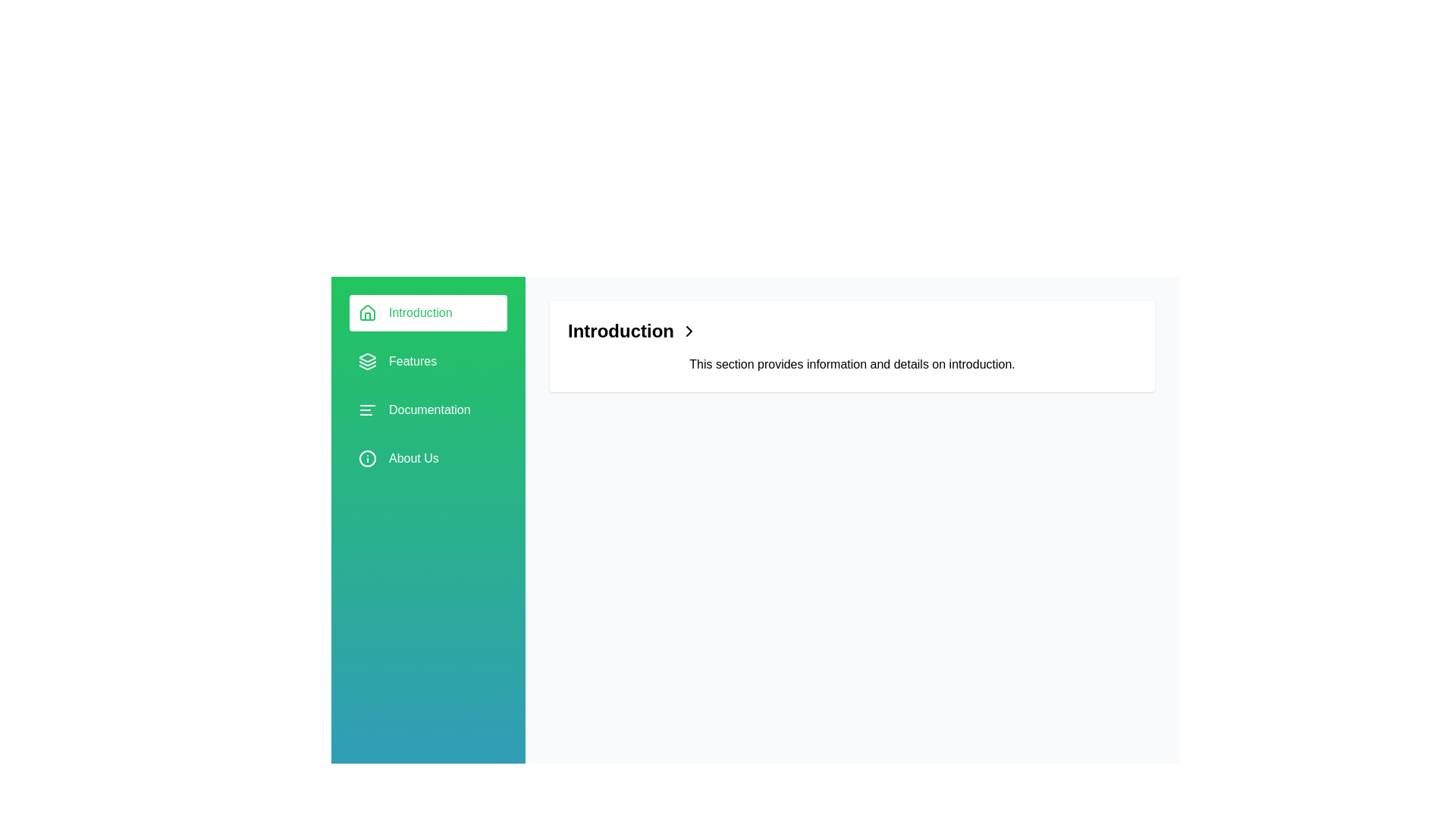 This screenshot has height=819, width=1456. Describe the element at coordinates (428, 458) in the screenshot. I see `the 'About Us' menu item in the vertical navigation bar` at that location.